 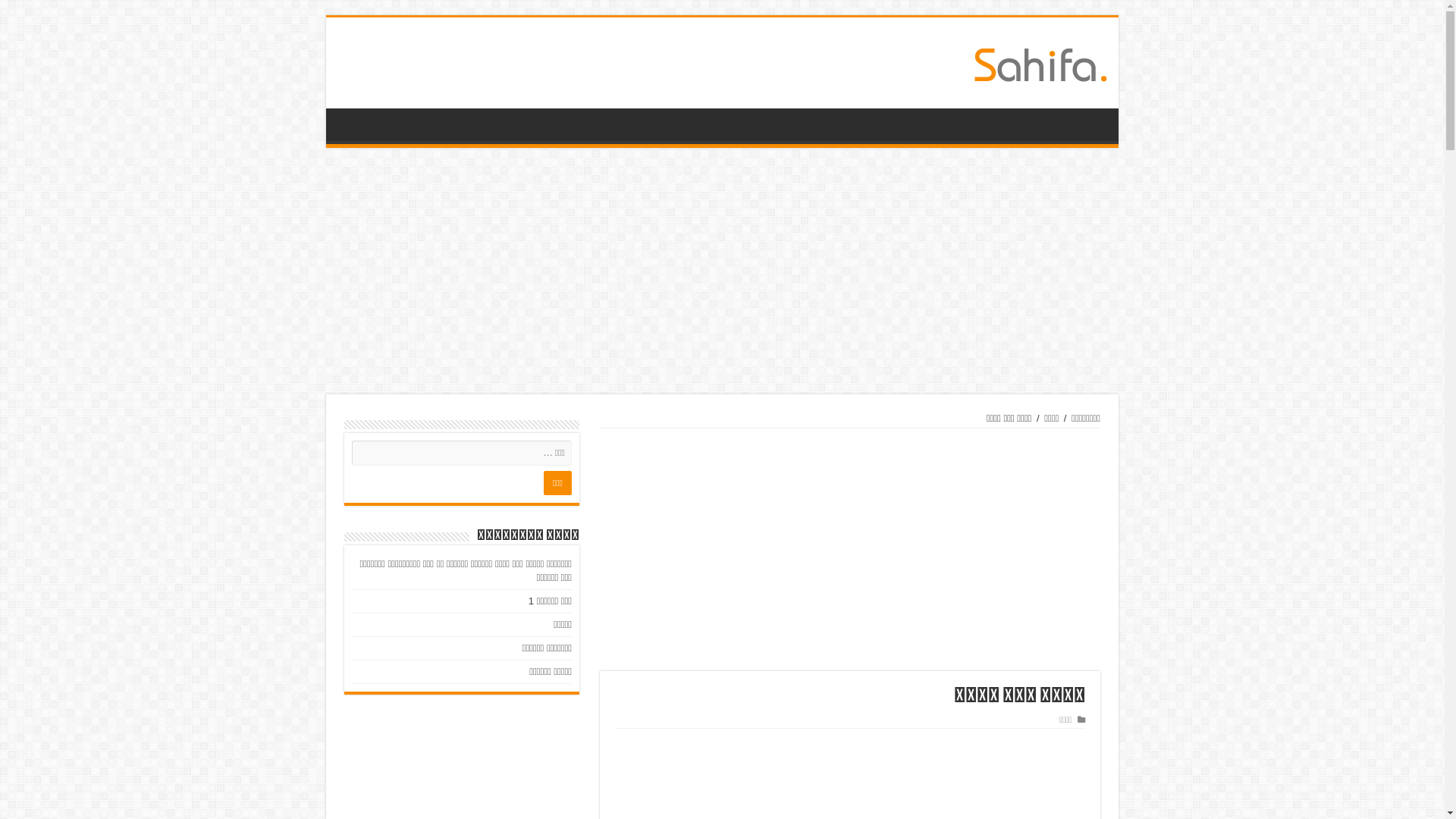 I want to click on 'Advertisement', so click(x=720, y=271).